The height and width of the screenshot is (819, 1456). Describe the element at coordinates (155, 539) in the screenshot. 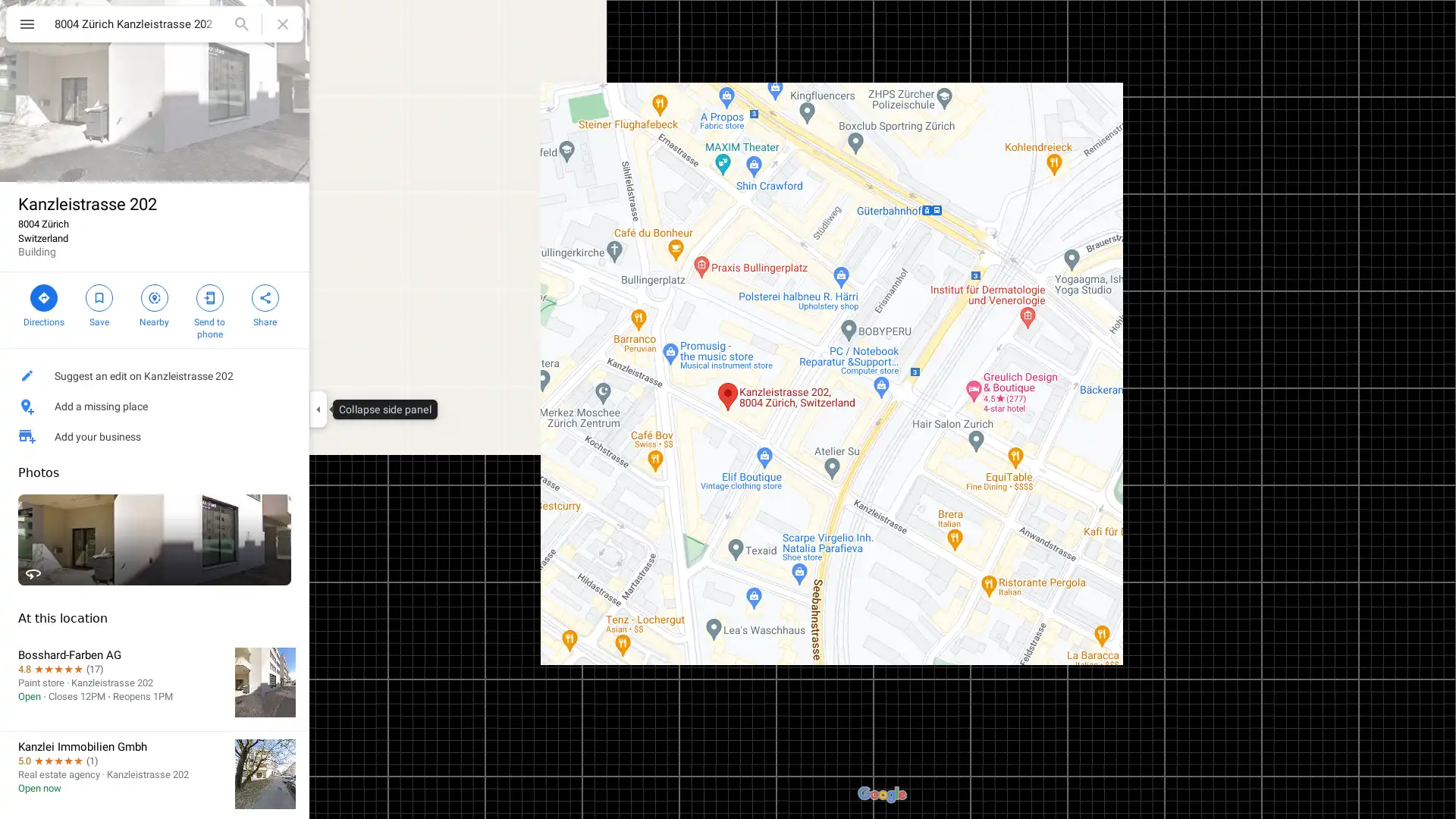

I see `Street View` at that location.